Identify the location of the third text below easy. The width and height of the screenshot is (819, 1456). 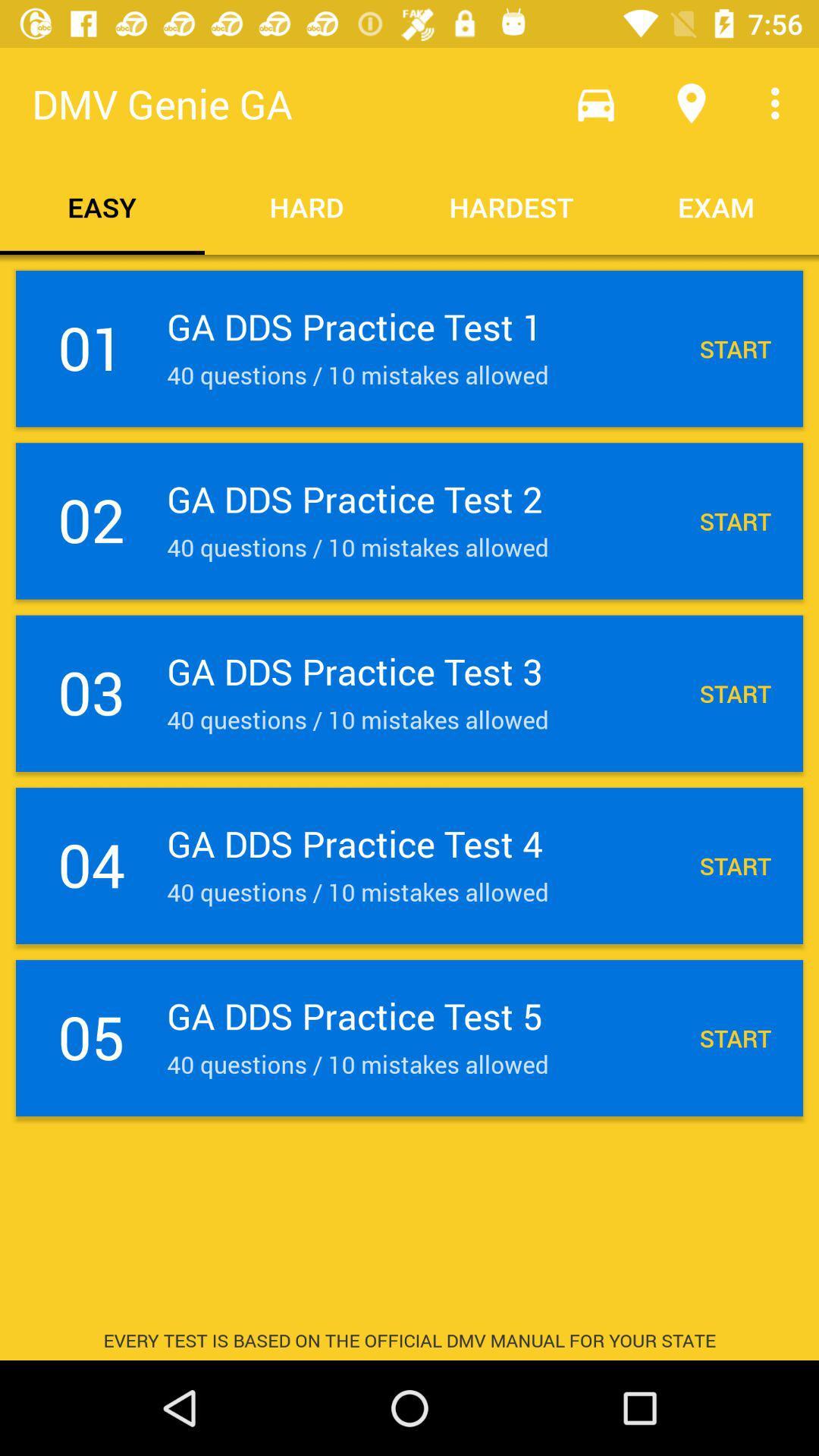
(409, 693).